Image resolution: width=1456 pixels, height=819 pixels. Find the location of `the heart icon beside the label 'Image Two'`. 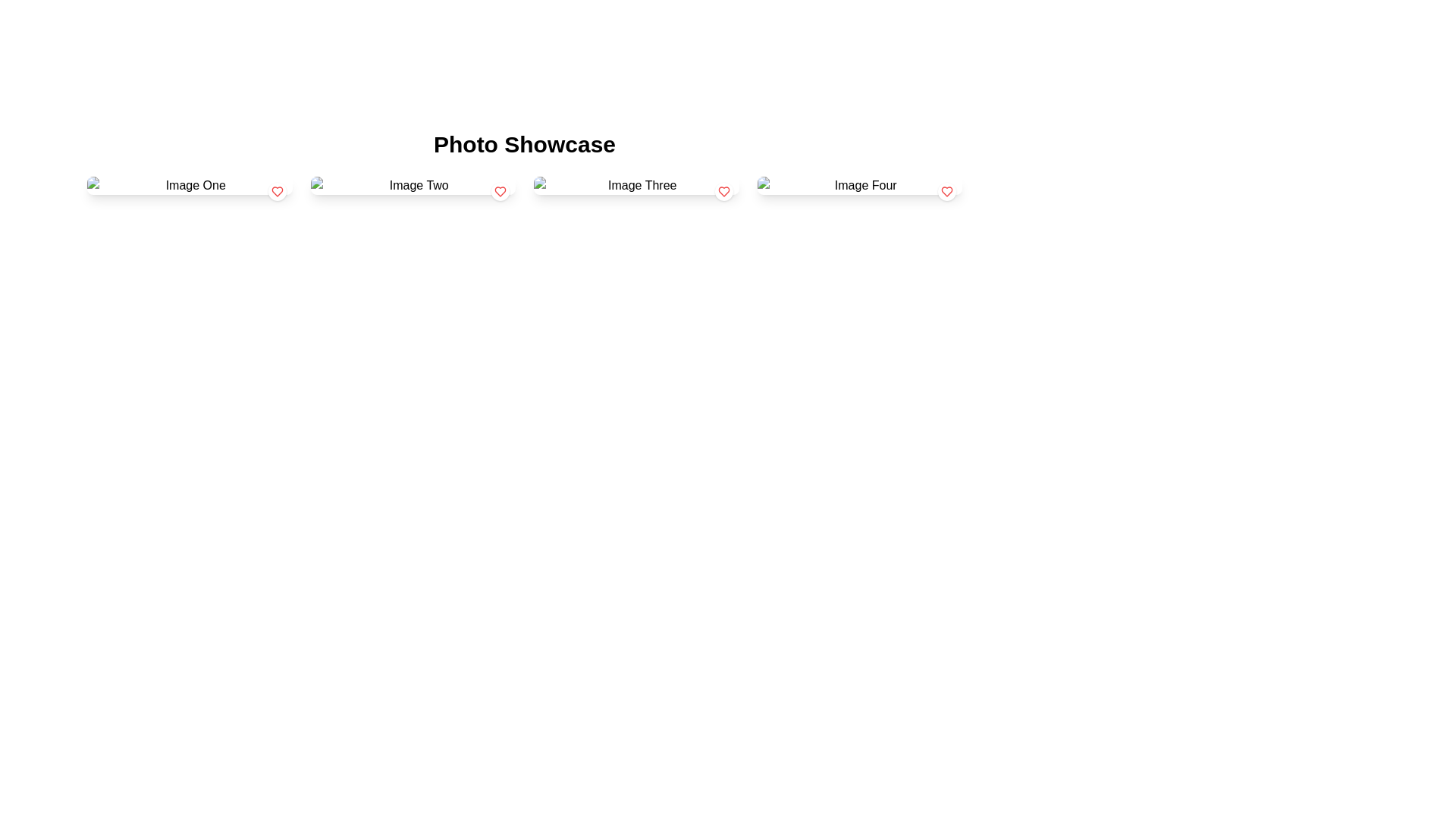

the heart icon beside the label 'Image Two' is located at coordinates (500, 191).